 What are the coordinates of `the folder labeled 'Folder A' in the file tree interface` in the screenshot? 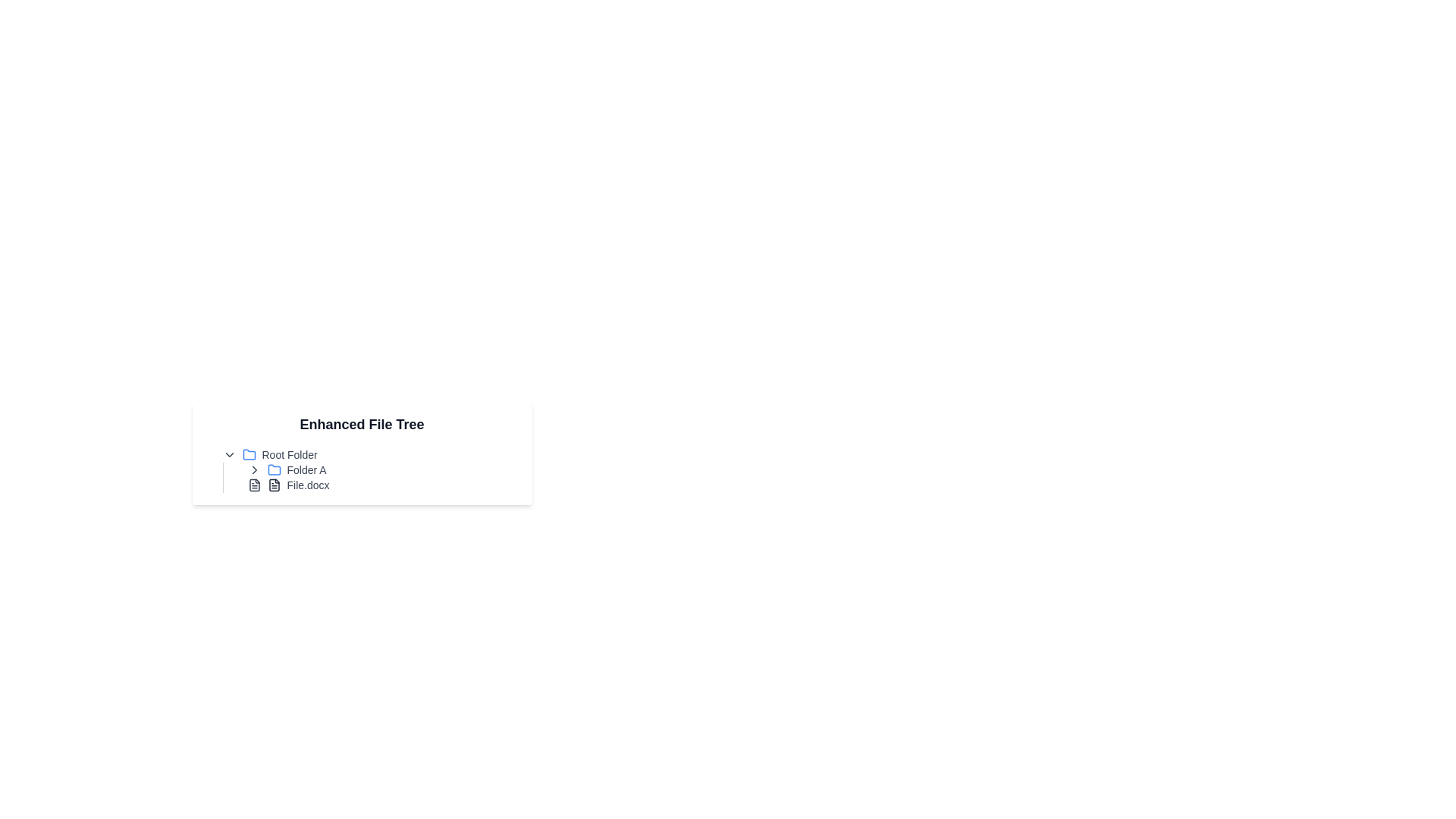 It's located at (375, 469).